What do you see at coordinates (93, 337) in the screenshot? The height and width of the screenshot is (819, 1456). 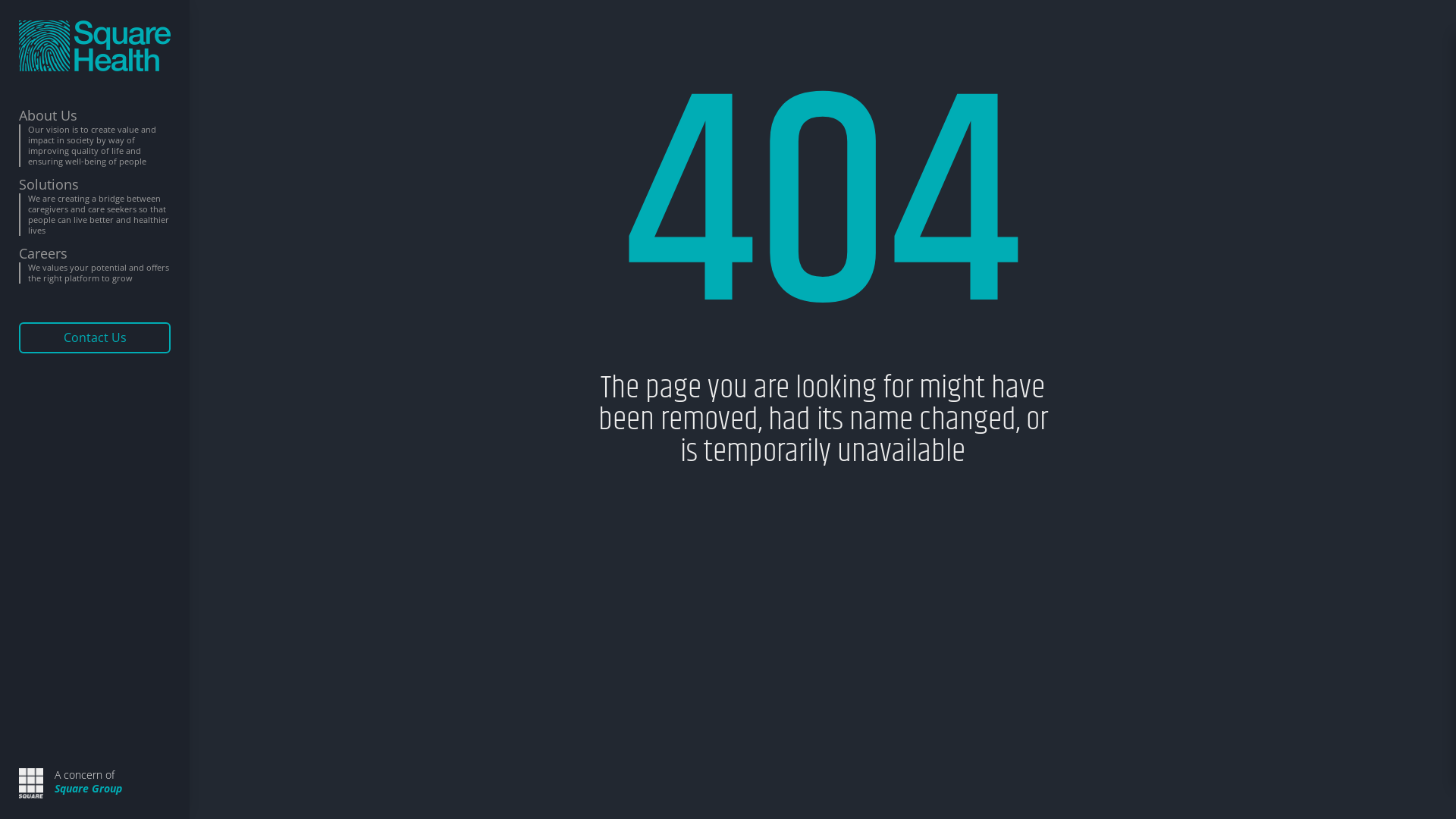 I see `'Contact Us'` at bounding box center [93, 337].